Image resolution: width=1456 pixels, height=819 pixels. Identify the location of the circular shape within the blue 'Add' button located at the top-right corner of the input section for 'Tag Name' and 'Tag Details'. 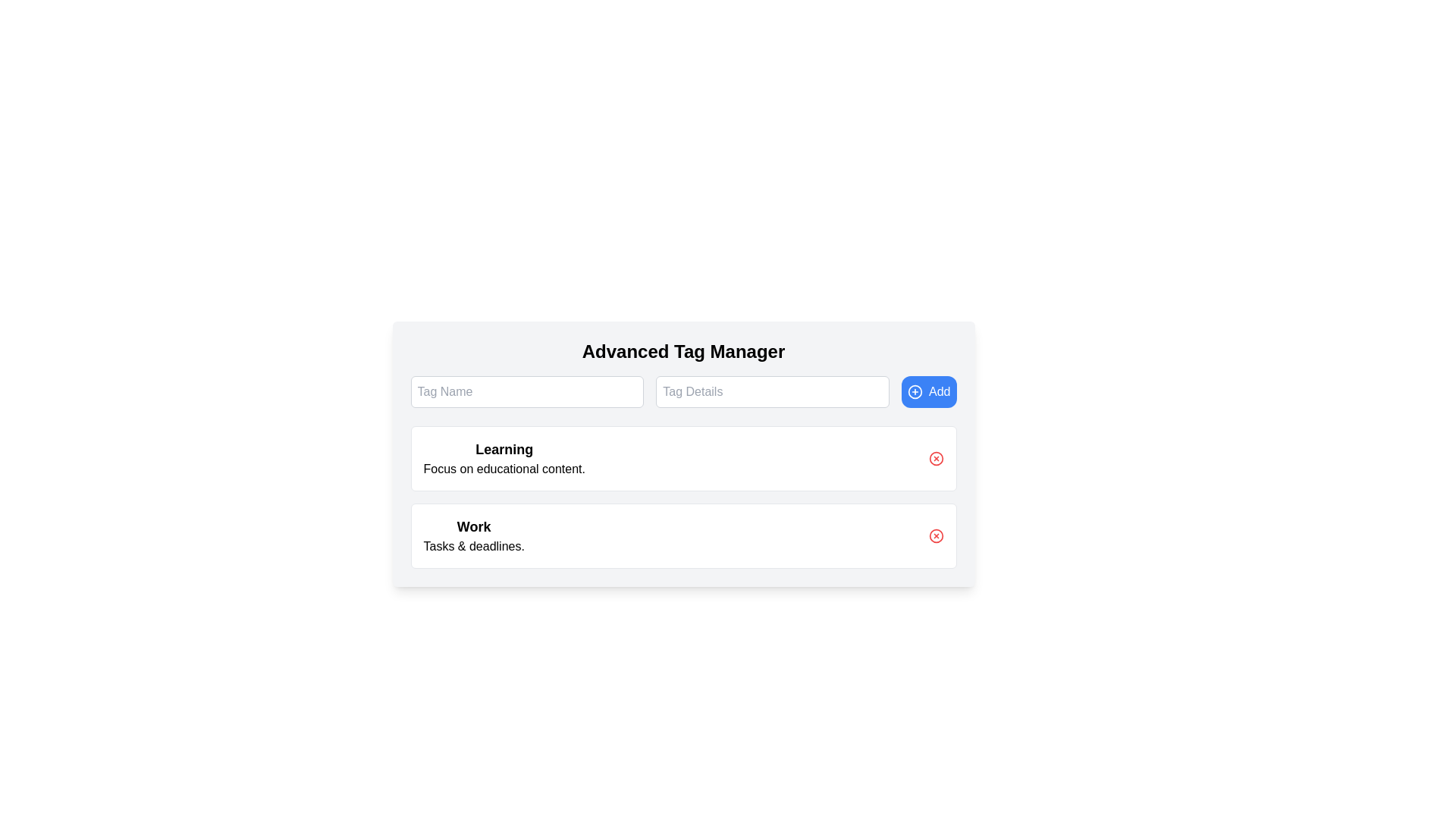
(915, 391).